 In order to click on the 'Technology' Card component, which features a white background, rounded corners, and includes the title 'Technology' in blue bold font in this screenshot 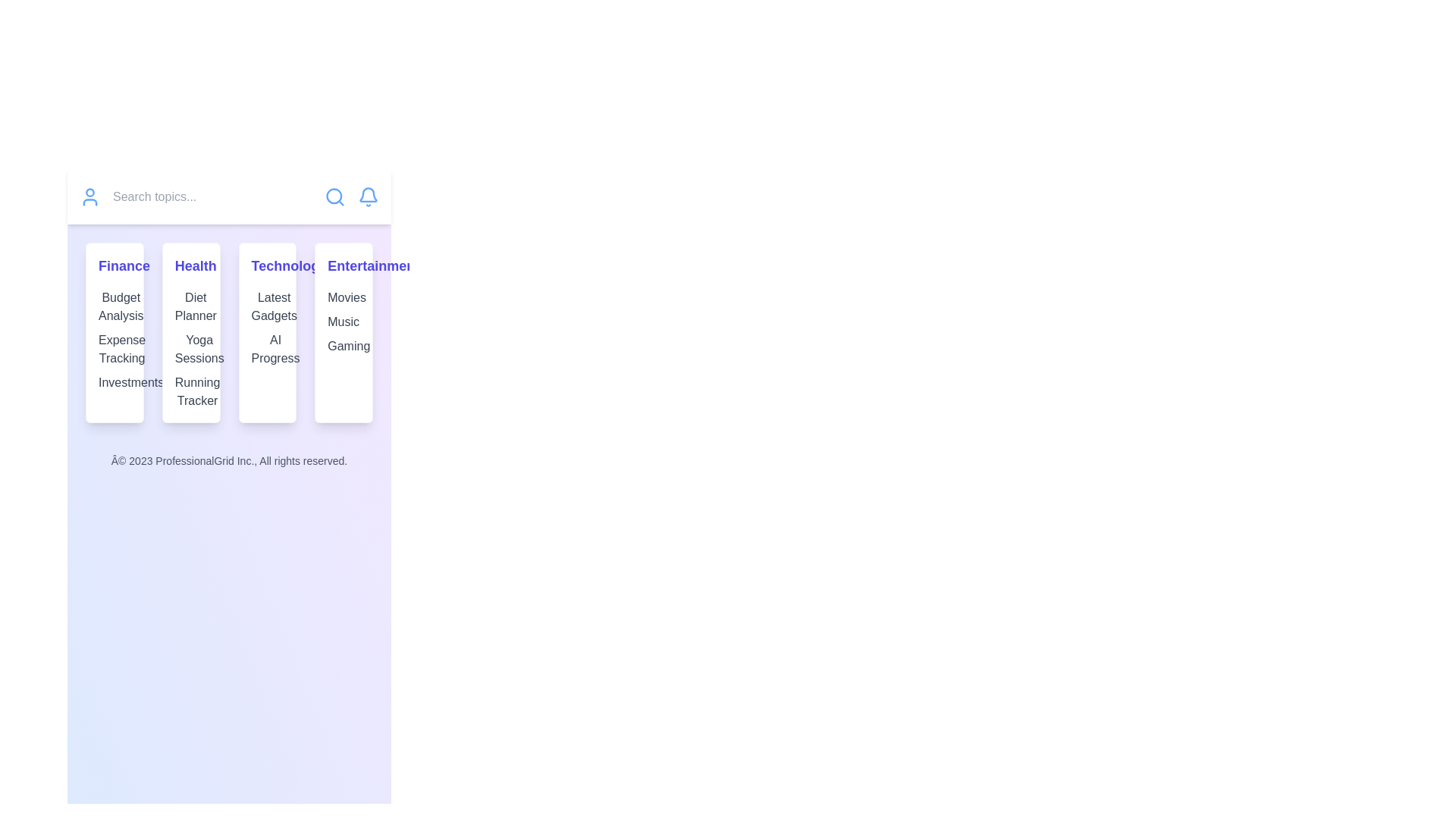, I will do `click(267, 332)`.